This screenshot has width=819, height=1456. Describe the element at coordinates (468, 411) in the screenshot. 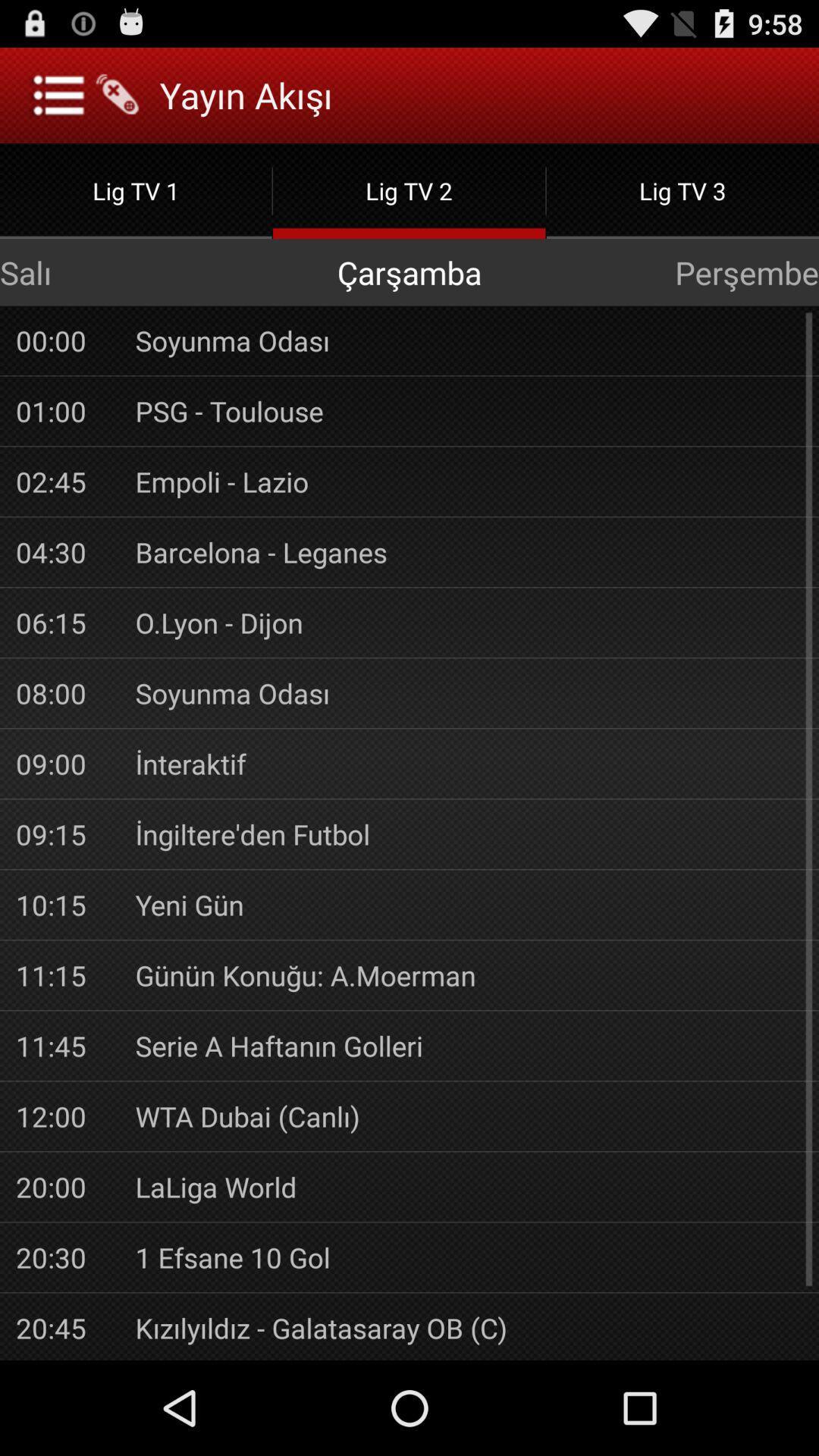

I see `the app next to 01:00 app` at that location.